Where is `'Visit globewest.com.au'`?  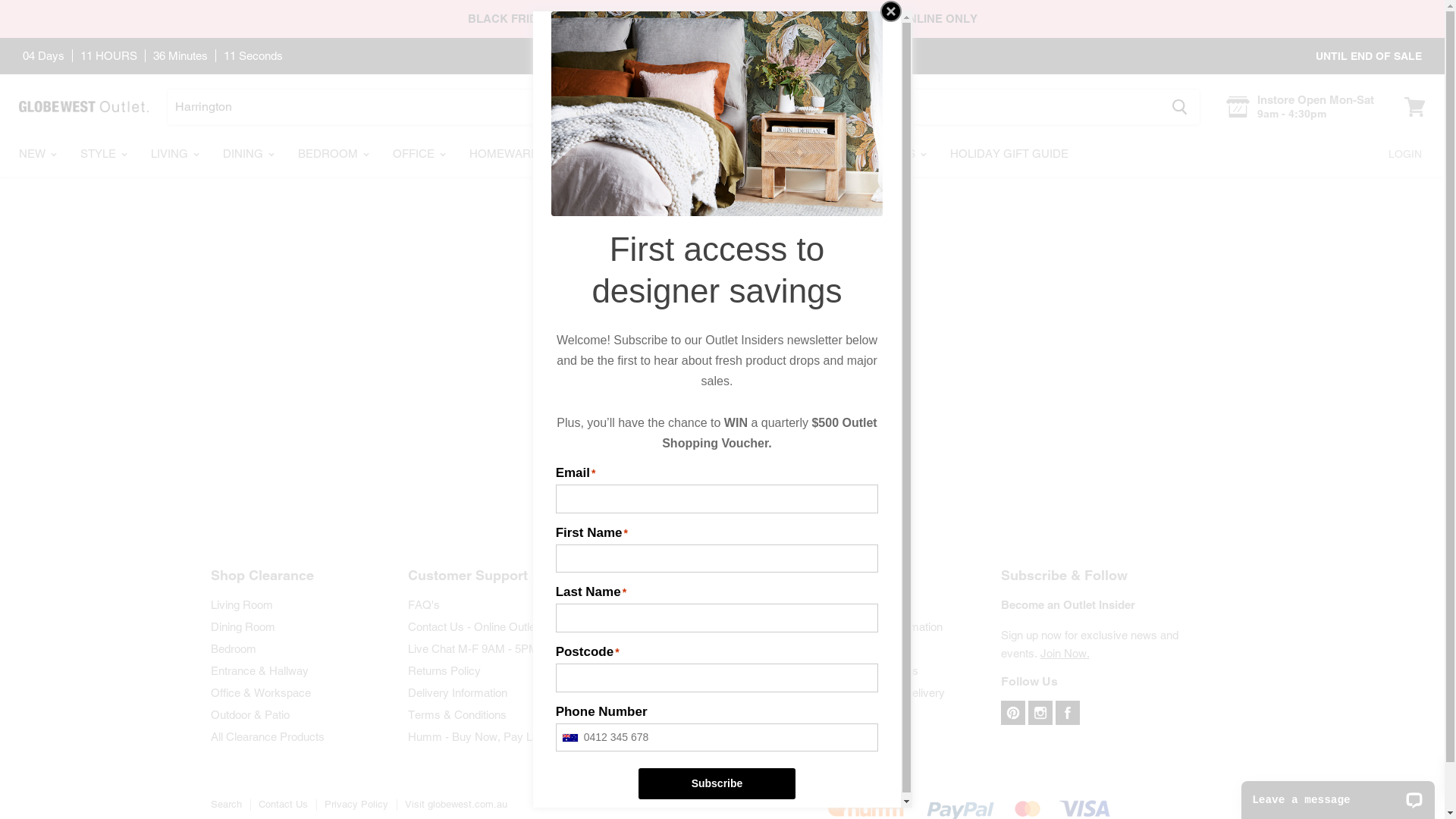
'Visit globewest.com.au' is located at coordinates (404, 803).